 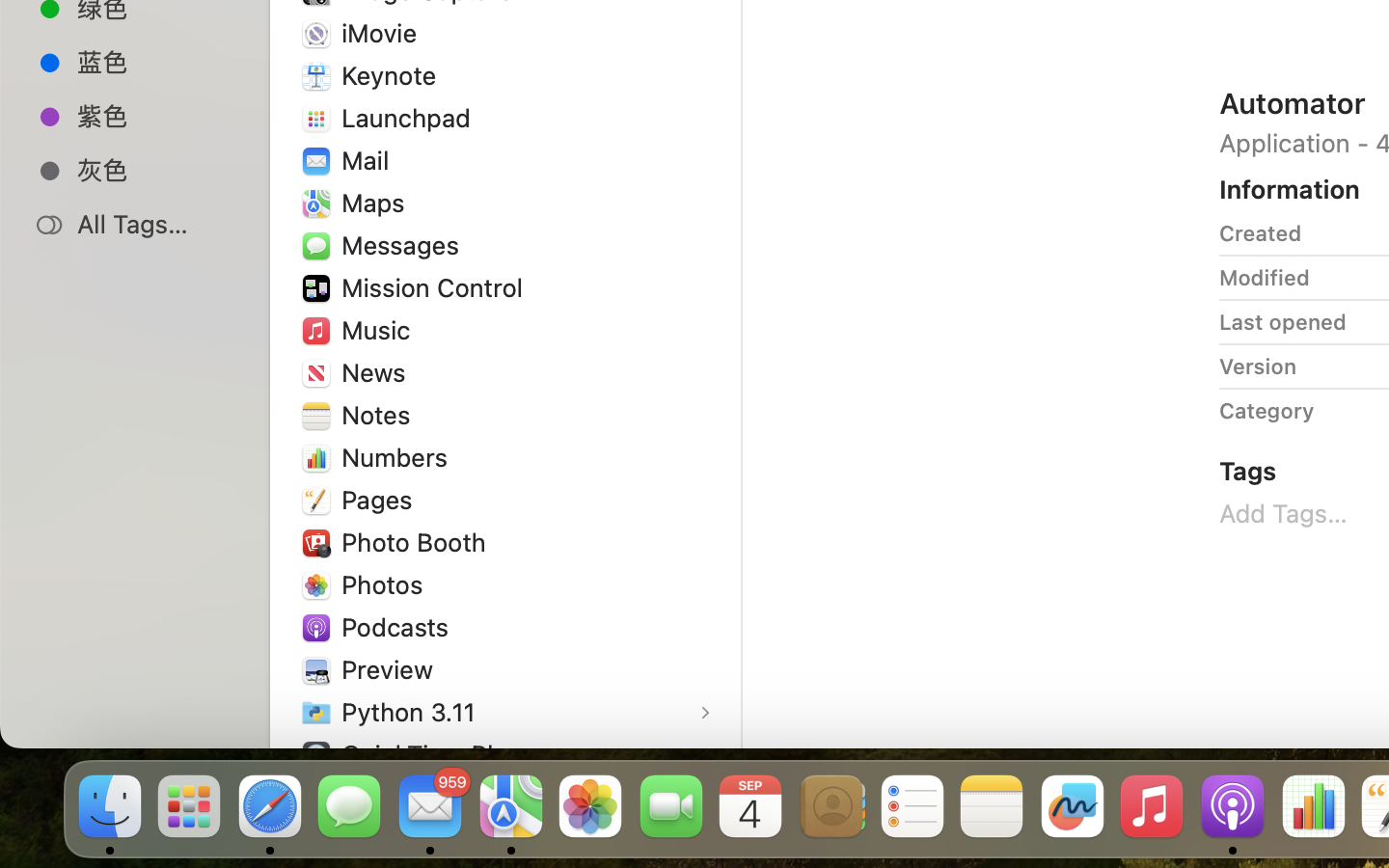 I want to click on 'Mission Control', so click(x=437, y=285).